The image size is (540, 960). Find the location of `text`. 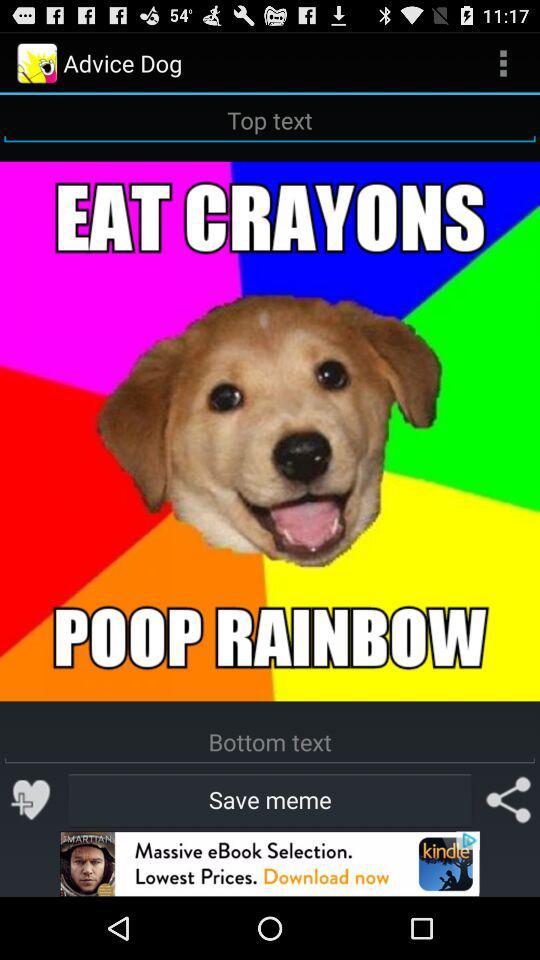

text is located at coordinates (270, 120).